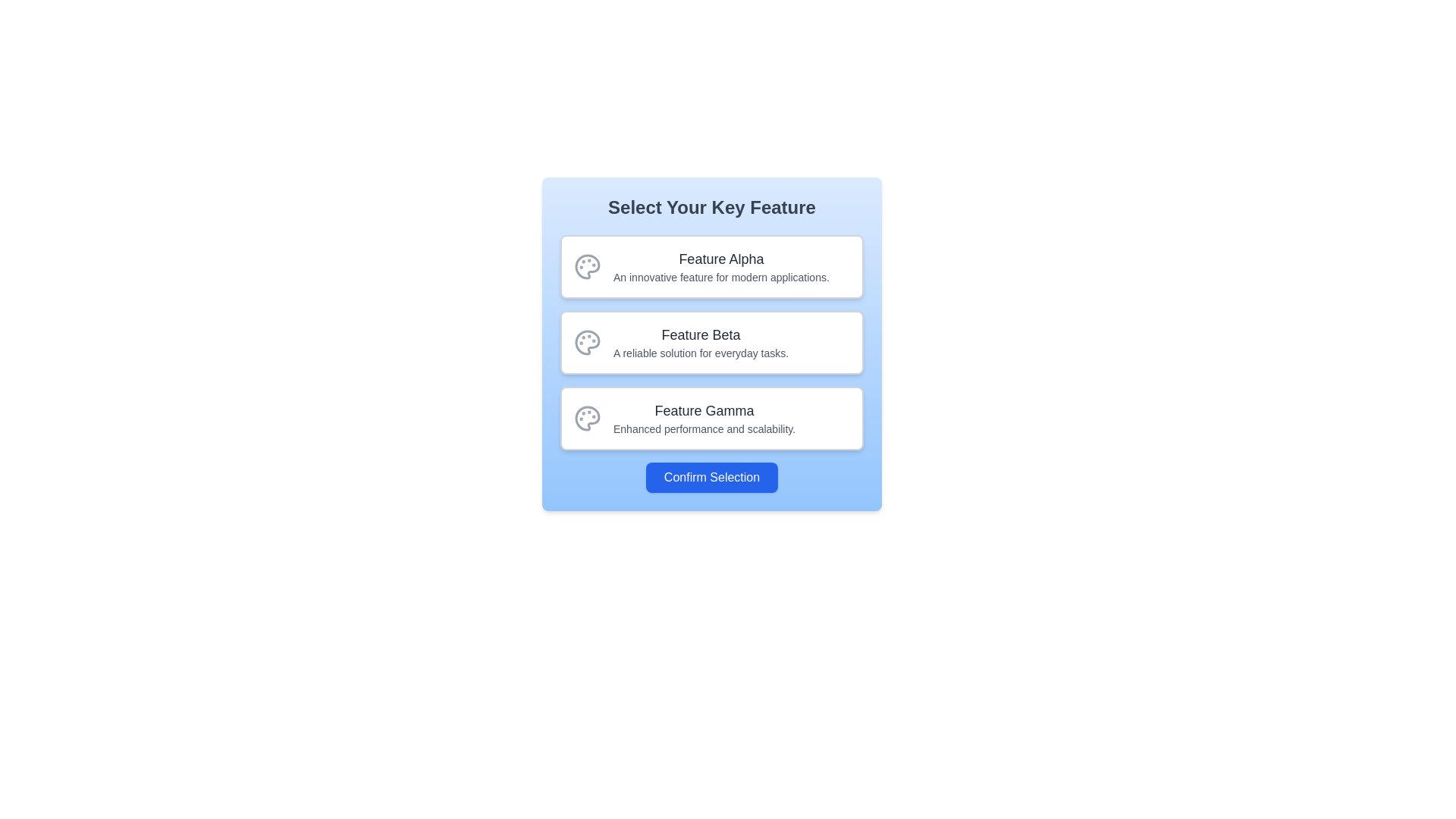 This screenshot has width=1456, height=819. I want to click on the 'Feature Beta' informative block, so click(711, 342).